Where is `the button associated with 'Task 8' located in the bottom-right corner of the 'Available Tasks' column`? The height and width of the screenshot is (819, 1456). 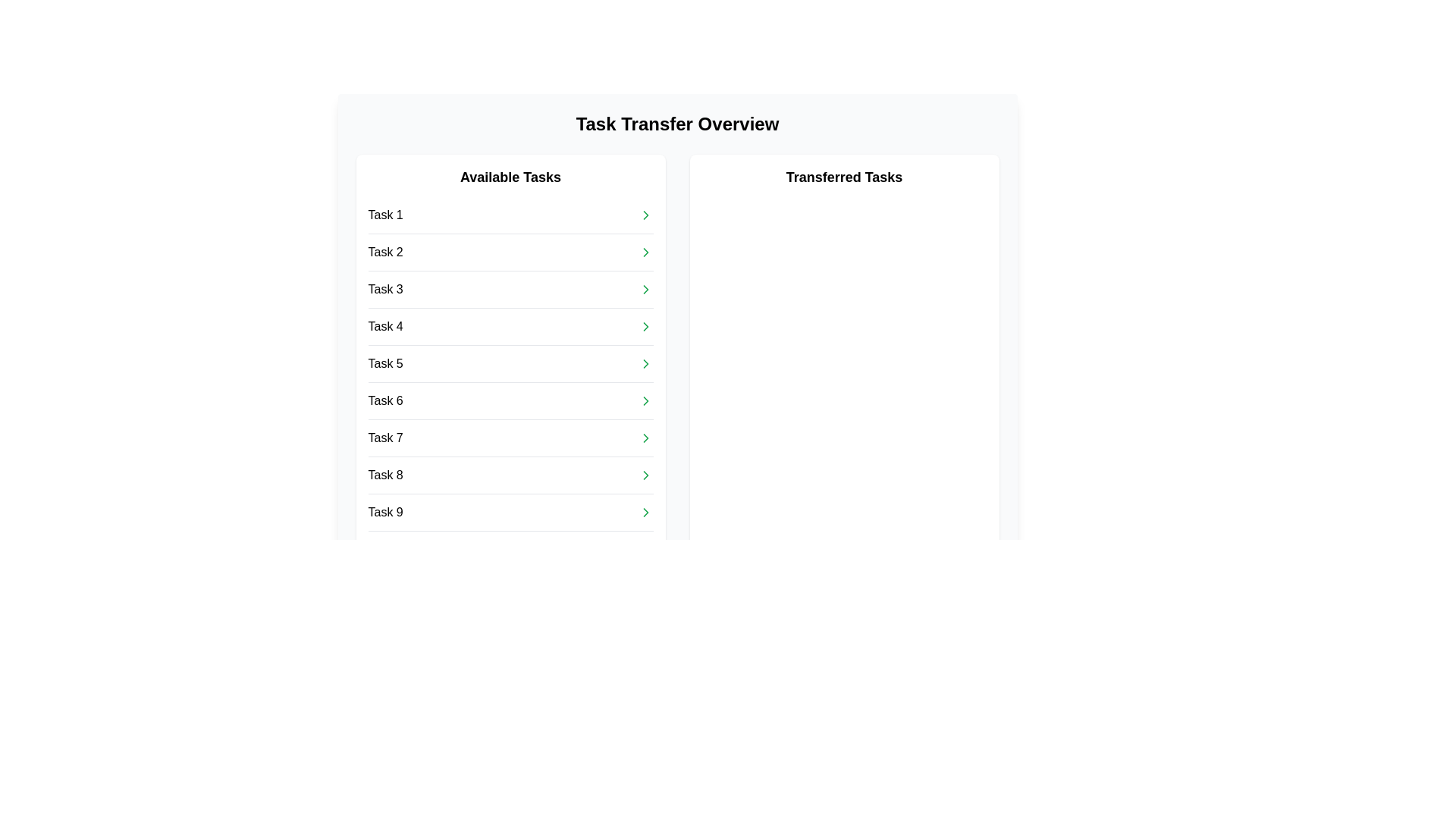
the button associated with 'Task 8' located in the bottom-right corner of the 'Available Tasks' column is located at coordinates (645, 475).